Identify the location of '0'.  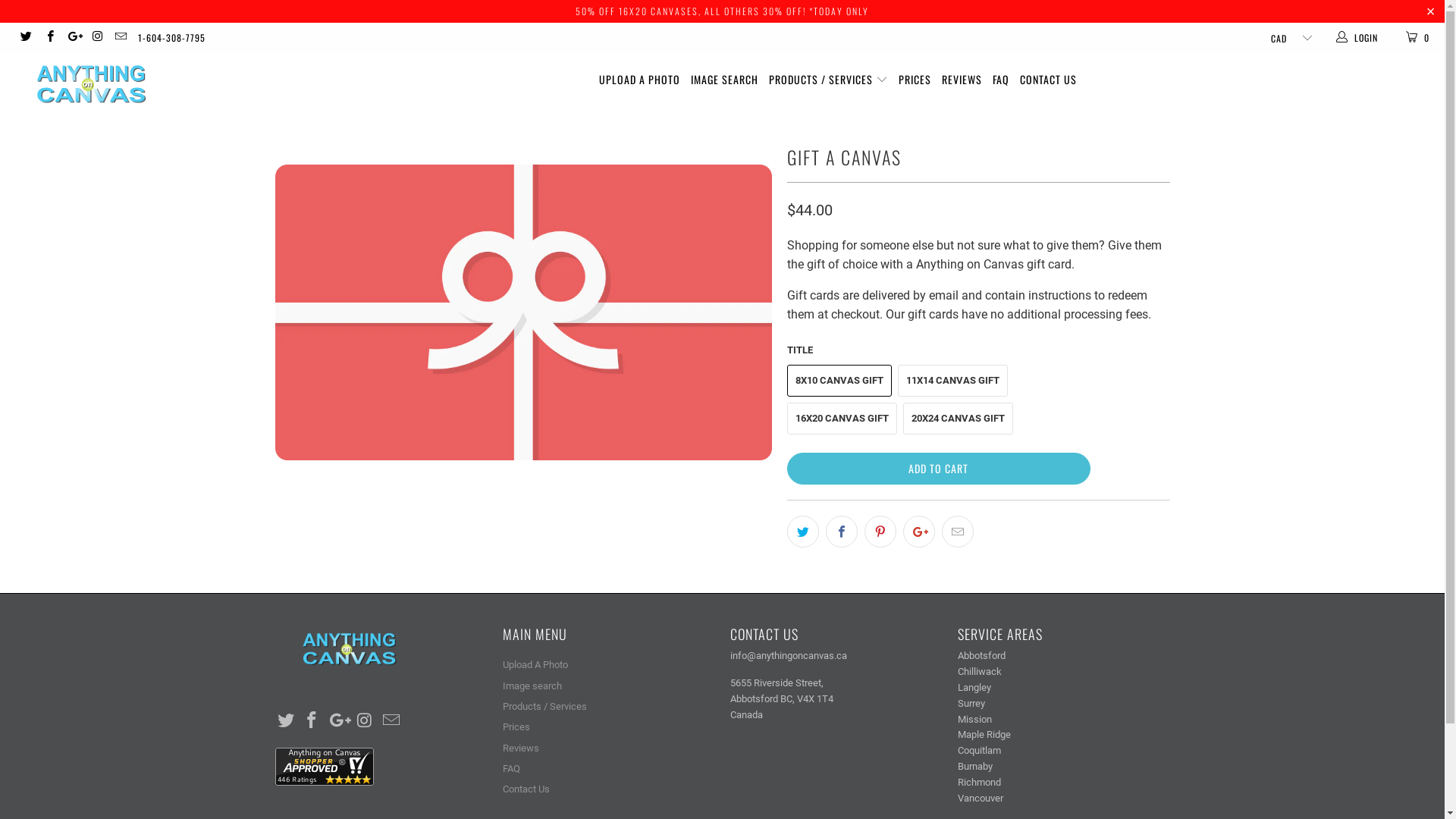
(1393, 37).